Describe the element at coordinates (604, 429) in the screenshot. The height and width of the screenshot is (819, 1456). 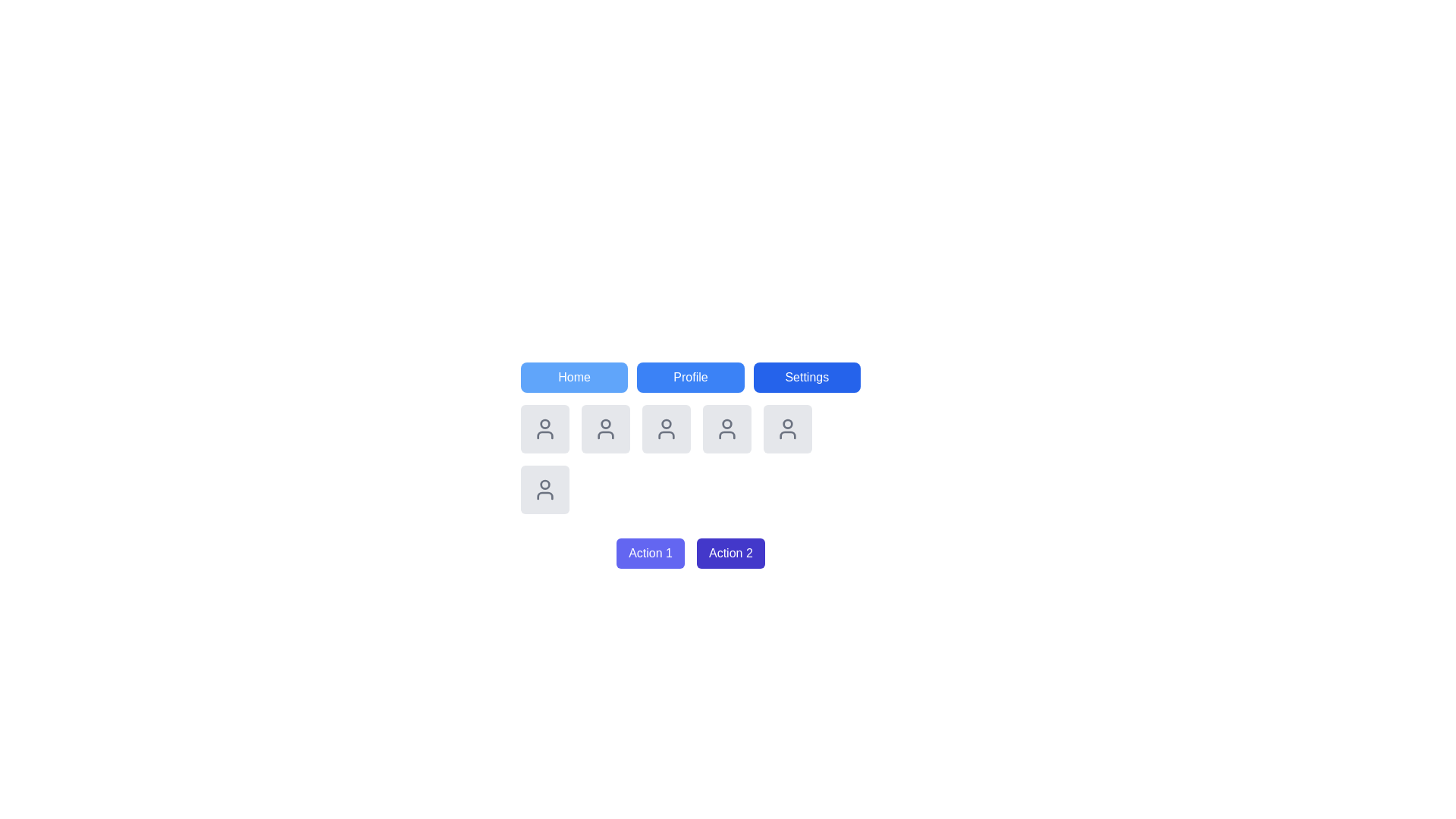
I see `the user profile icon, which is the third icon from the left in the second row under the navigation bar` at that location.